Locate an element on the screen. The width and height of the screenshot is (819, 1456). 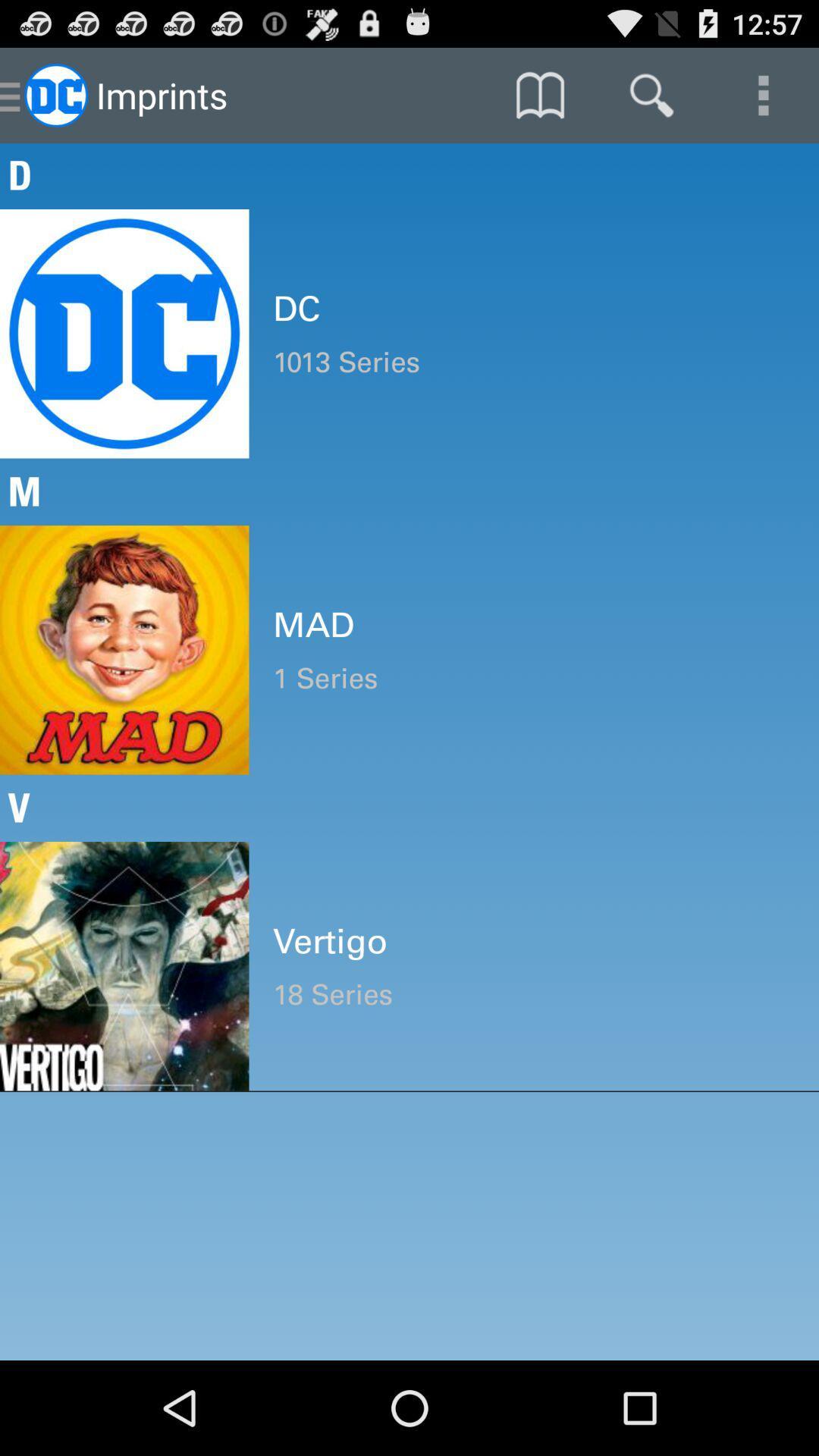
icon below the d is located at coordinates (533, 308).